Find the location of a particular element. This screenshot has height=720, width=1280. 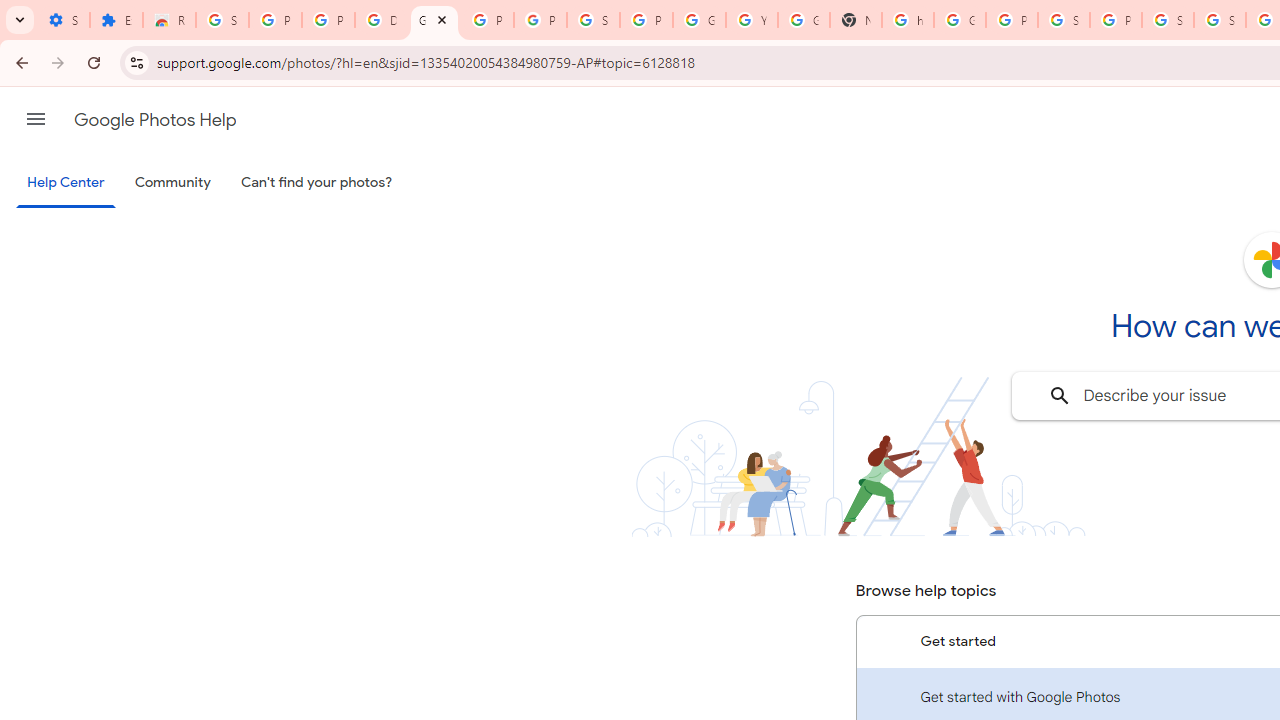

'Settings - On startup' is located at coordinates (63, 20).